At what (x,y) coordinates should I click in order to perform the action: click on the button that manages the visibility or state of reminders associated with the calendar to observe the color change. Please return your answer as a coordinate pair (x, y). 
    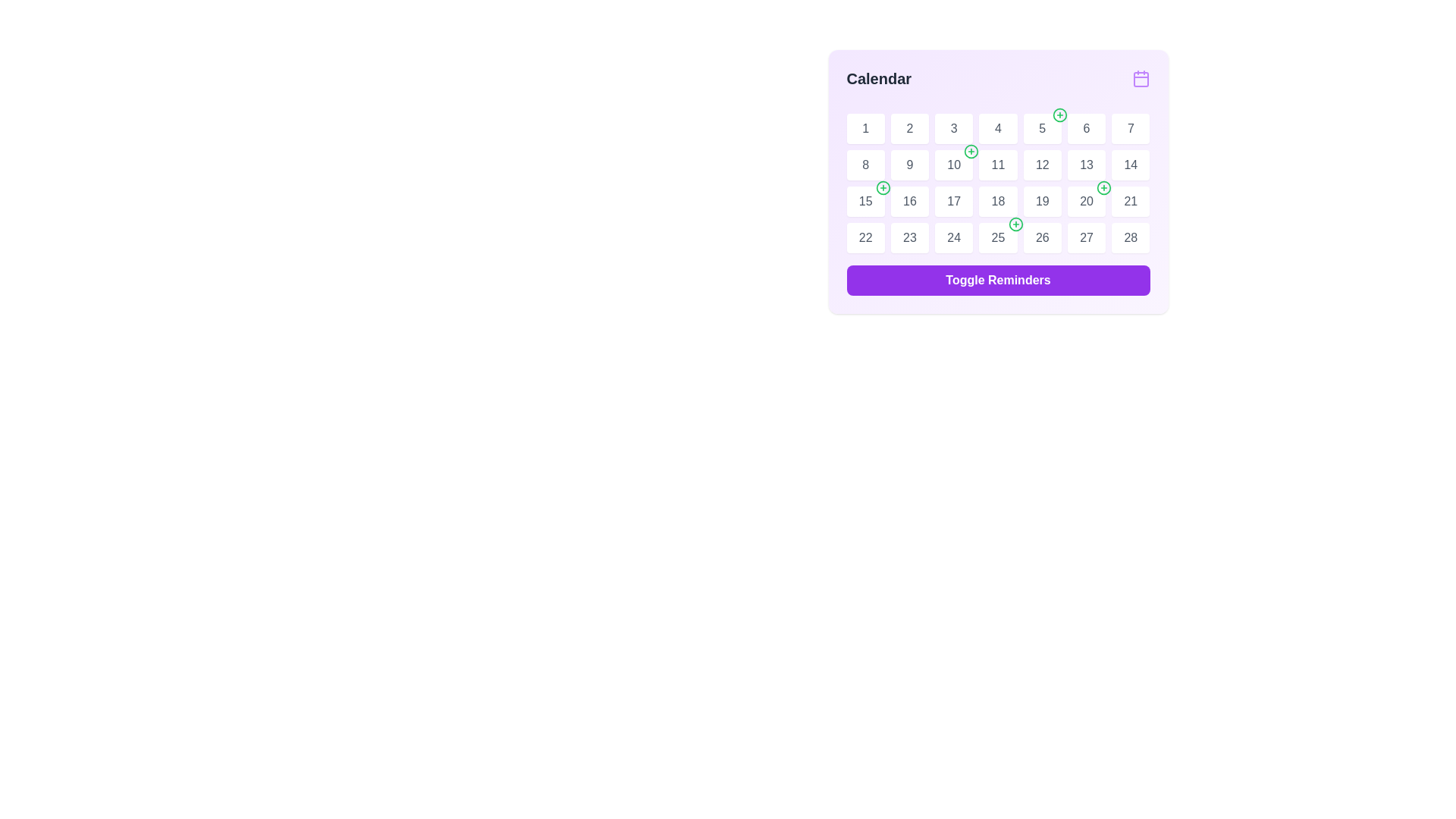
    Looking at the image, I should click on (998, 281).